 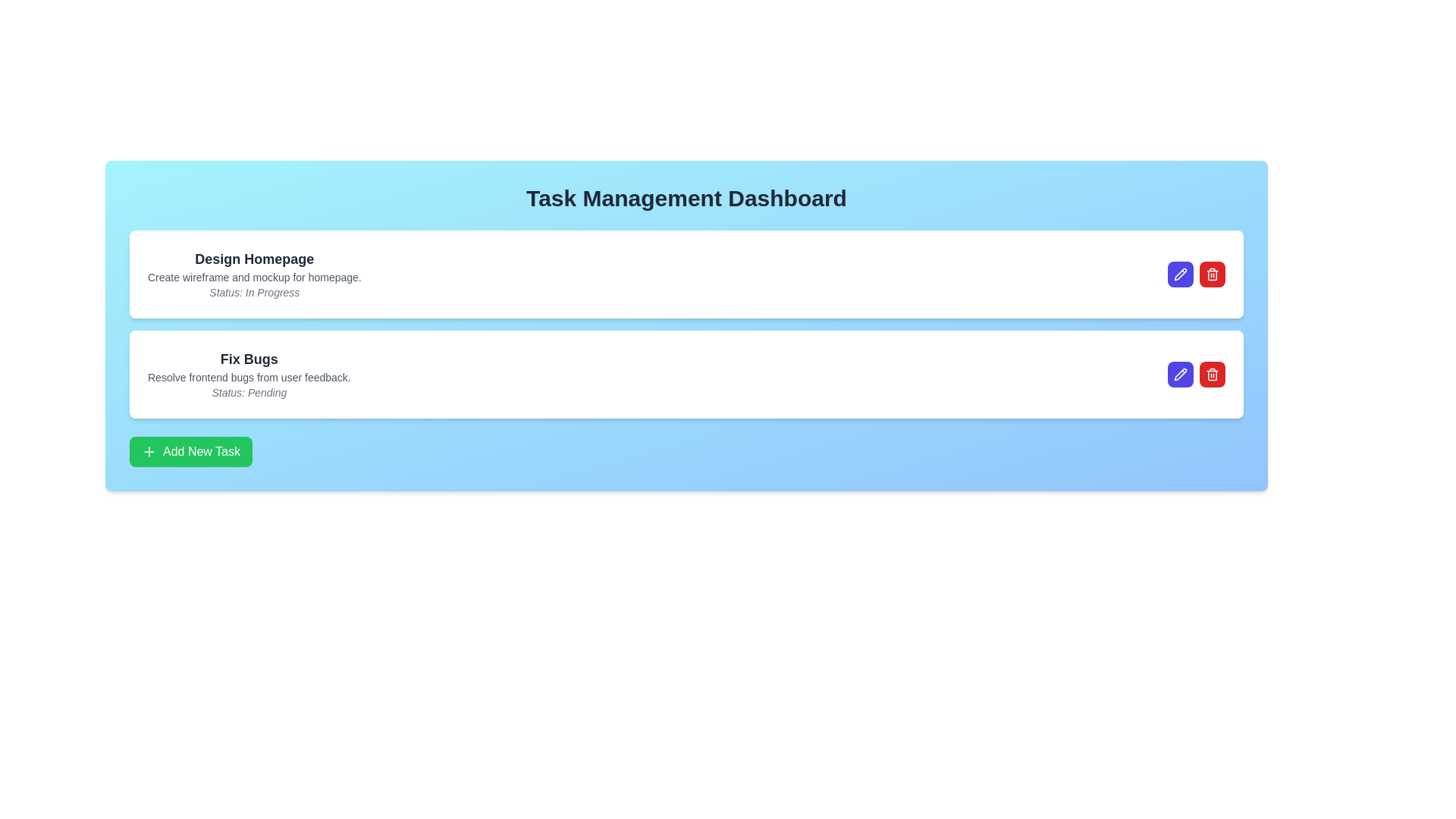 What do you see at coordinates (254, 292) in the screenshot?
I see `status information from the Text label indicating the current status of the task, which is located at the bottom of the task card in the upper segment of the layout` at bounding box center [254, 292].